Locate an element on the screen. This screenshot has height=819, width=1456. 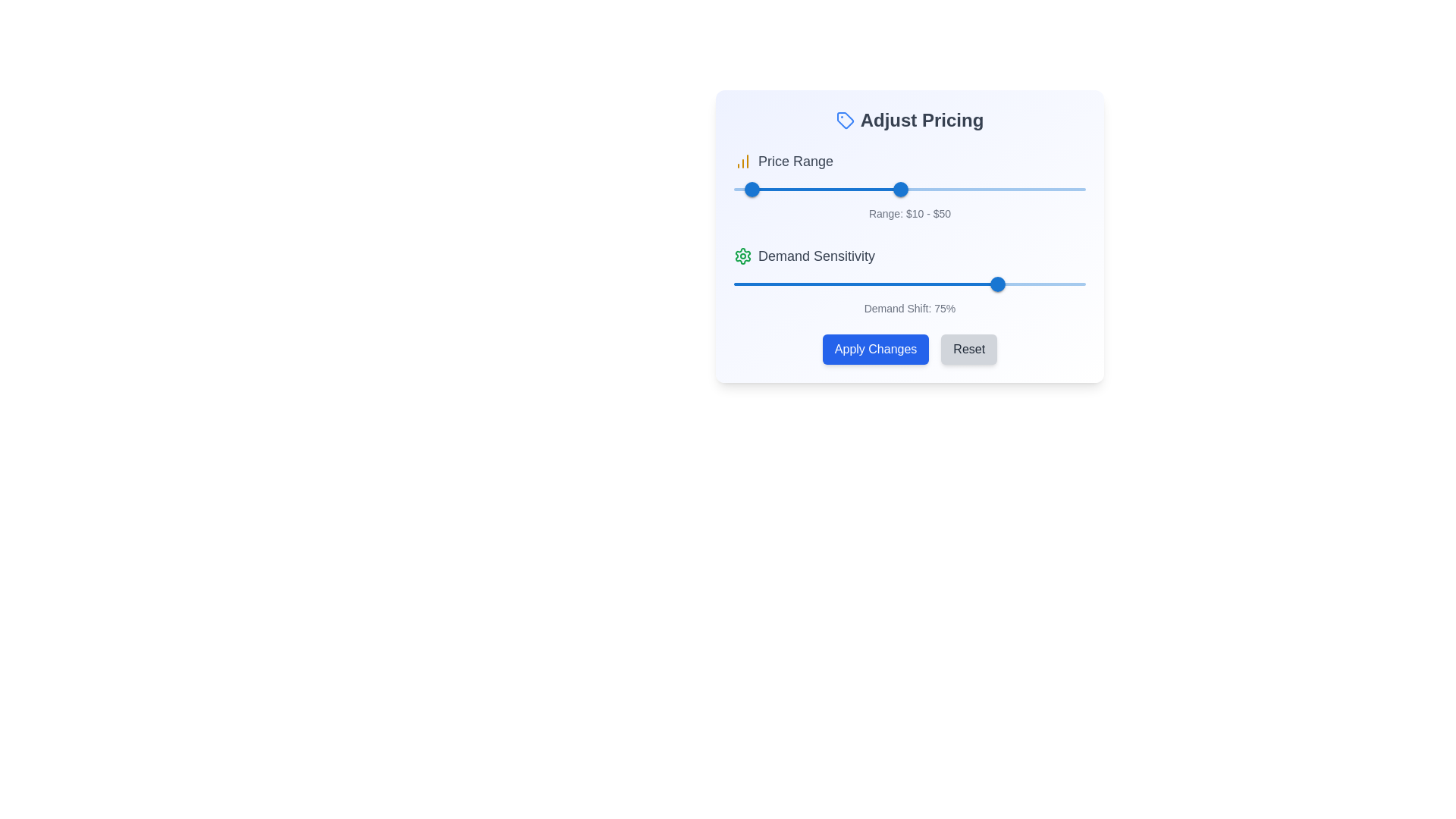
the price range slider is located at coordinates (904, 189).